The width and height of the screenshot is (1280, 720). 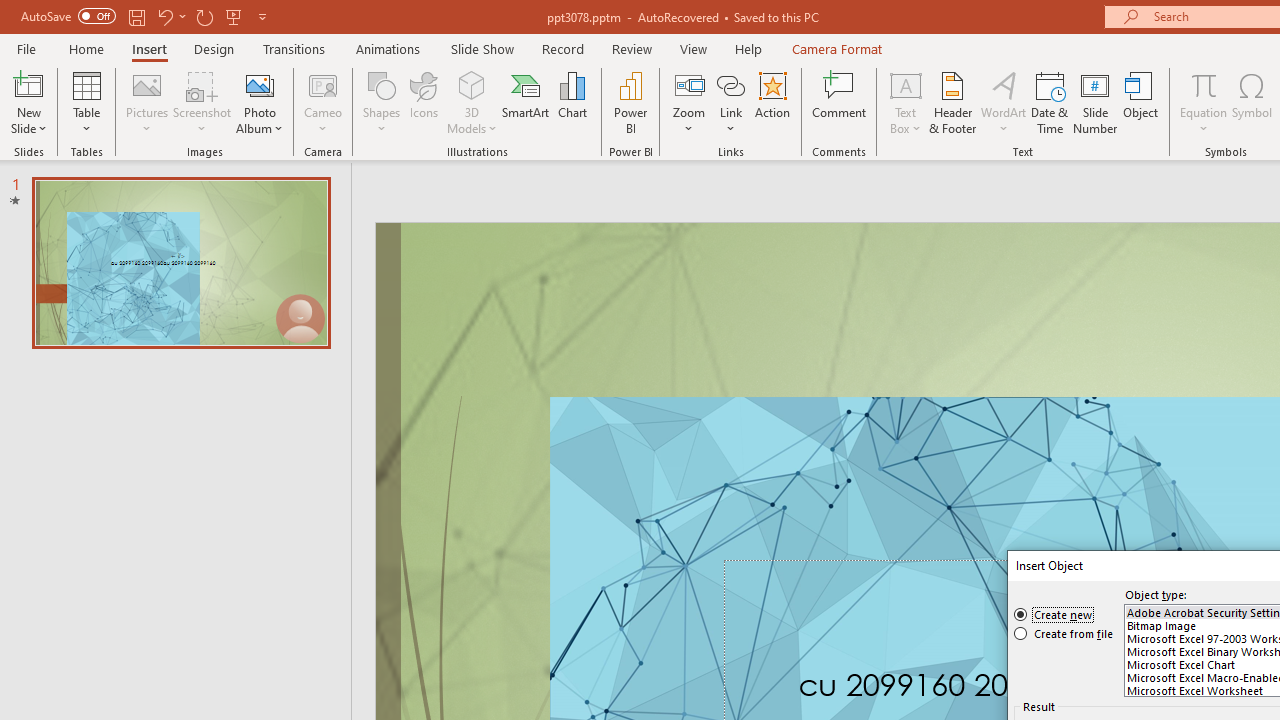 What do you see at coordinates (630, 103) in the screenshot?
I see `'Power BI'` at bounding box center [630, 103].